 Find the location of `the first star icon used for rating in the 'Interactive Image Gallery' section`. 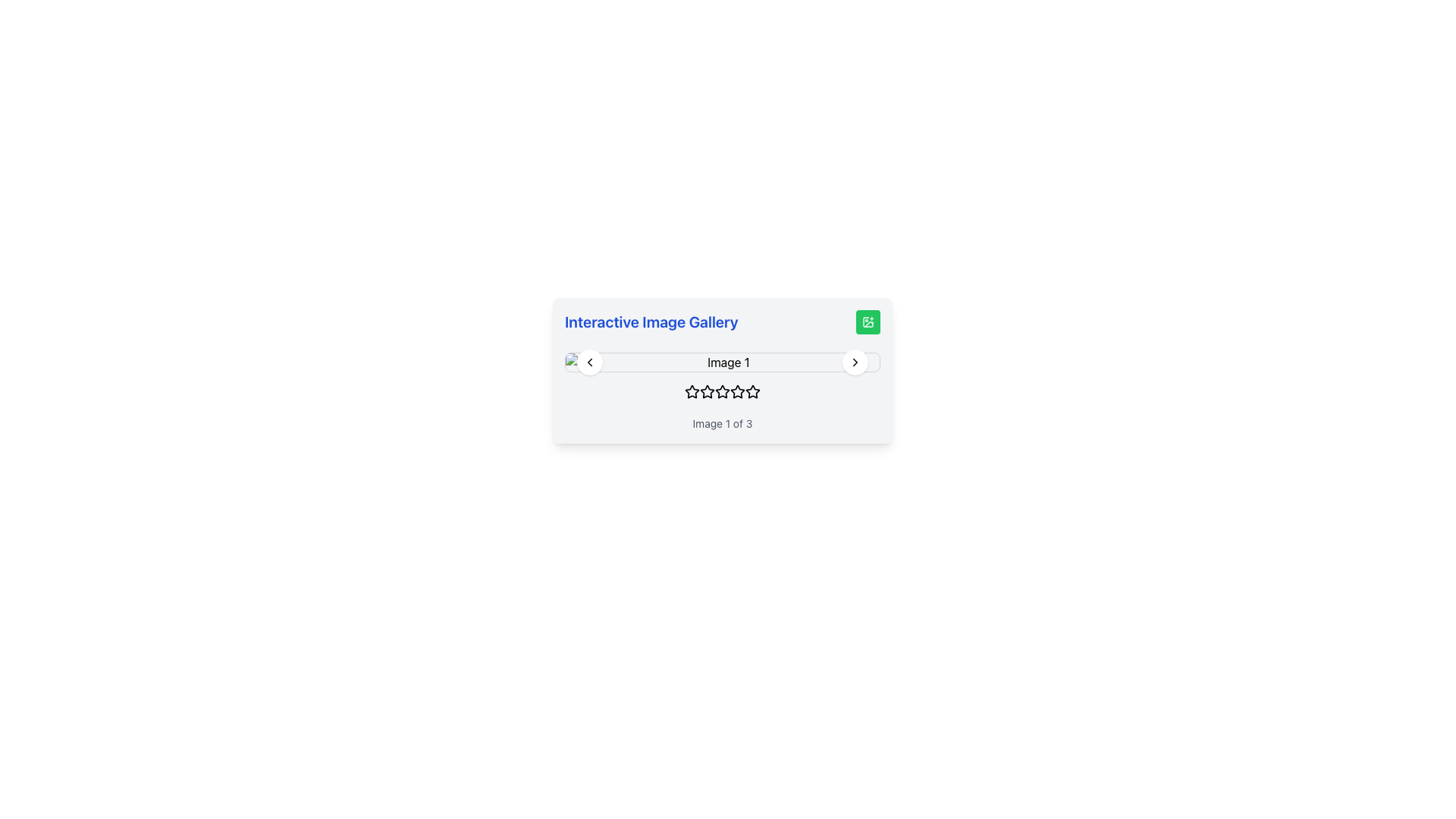

the first star icon used for rating in the 'Interactive Image Gallery' section is located at coordinates (691, 391).